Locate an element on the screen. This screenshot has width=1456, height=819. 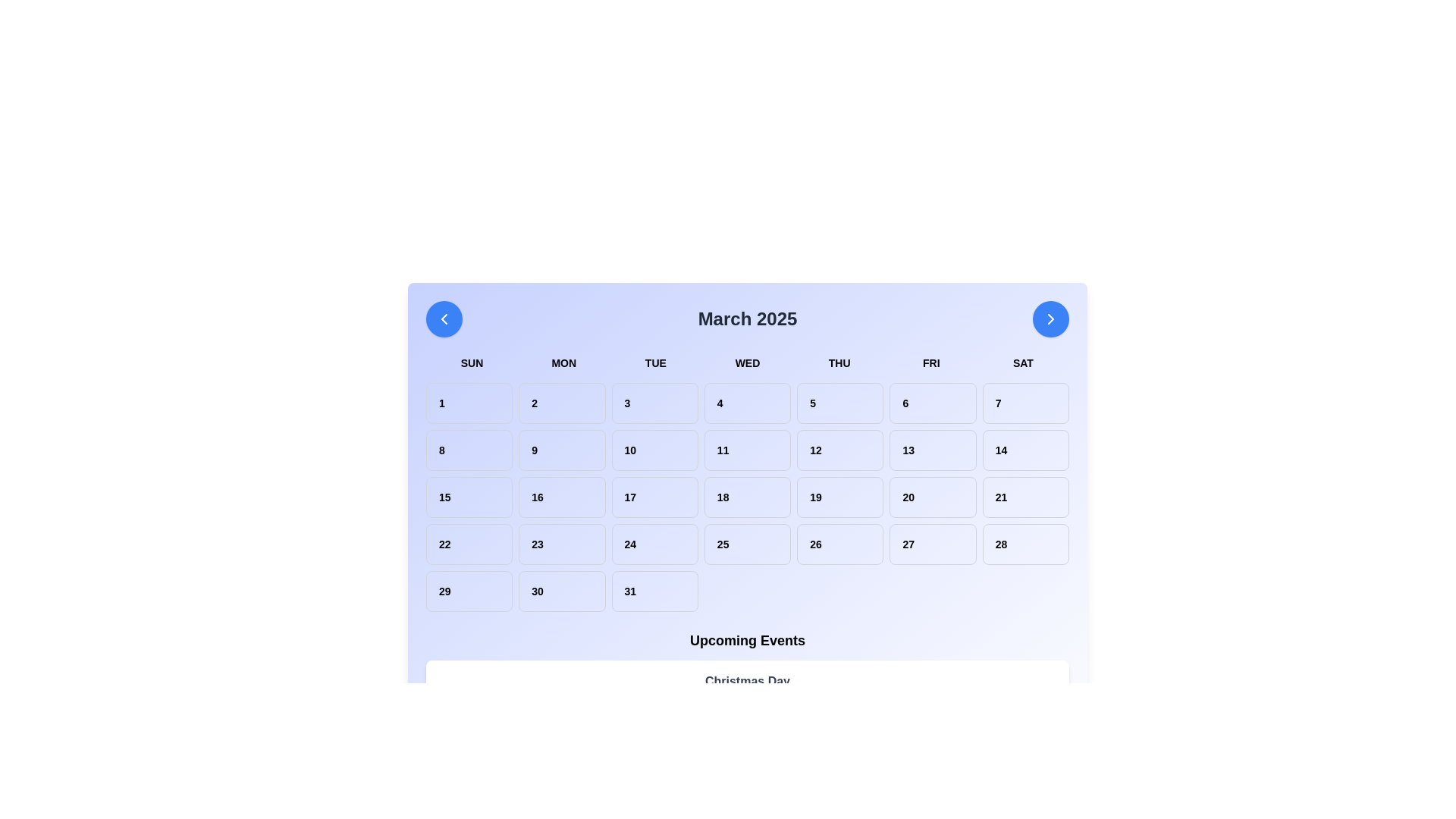
to select the calendar date block displaying the number '13', which is styled with a rounded border and changes color on hover, located in the second row and sixth column of the grid layout is located at coordinates (932, 450).